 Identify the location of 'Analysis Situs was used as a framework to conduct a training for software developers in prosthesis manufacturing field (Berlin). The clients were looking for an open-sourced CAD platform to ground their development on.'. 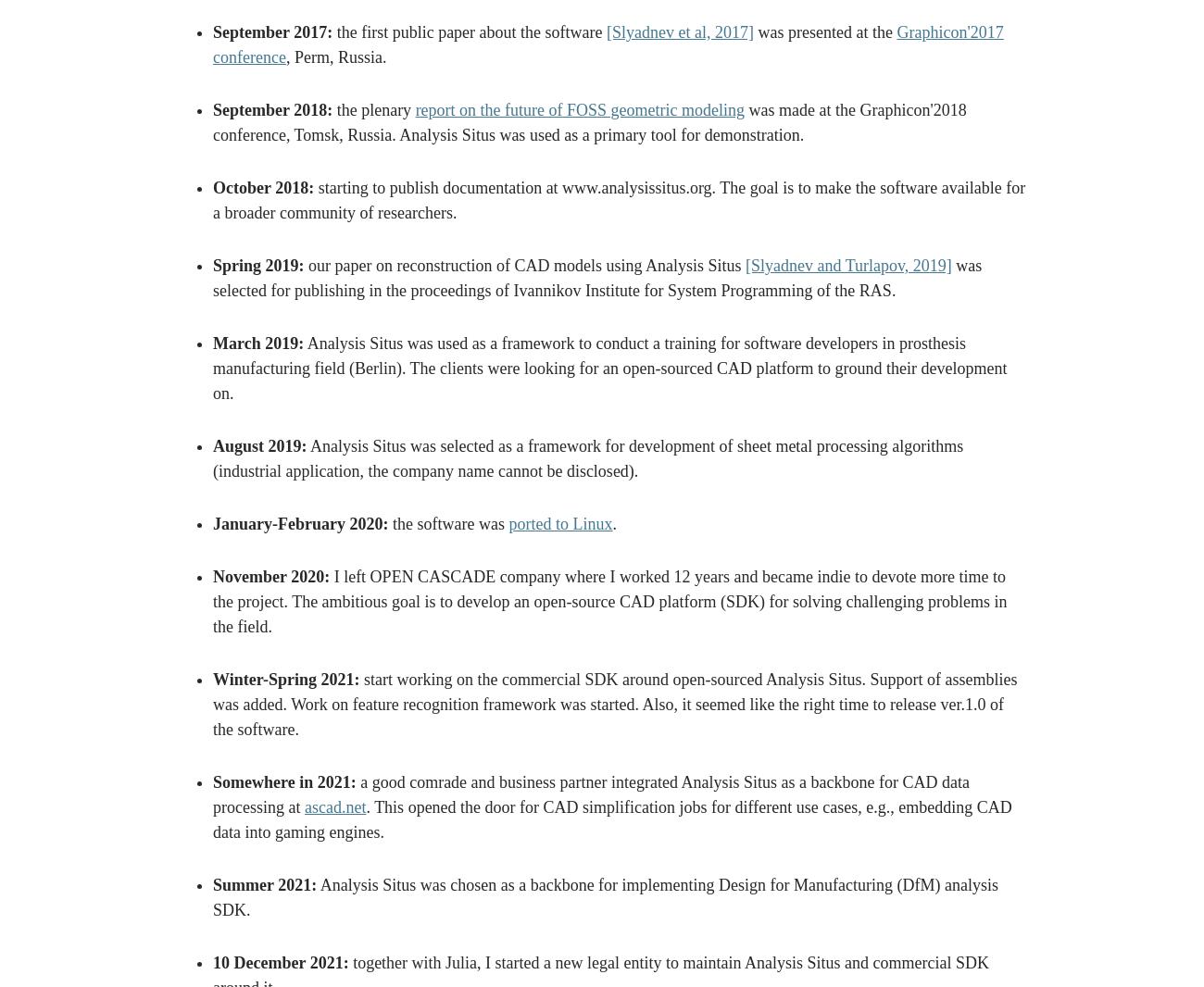
(211, 369).